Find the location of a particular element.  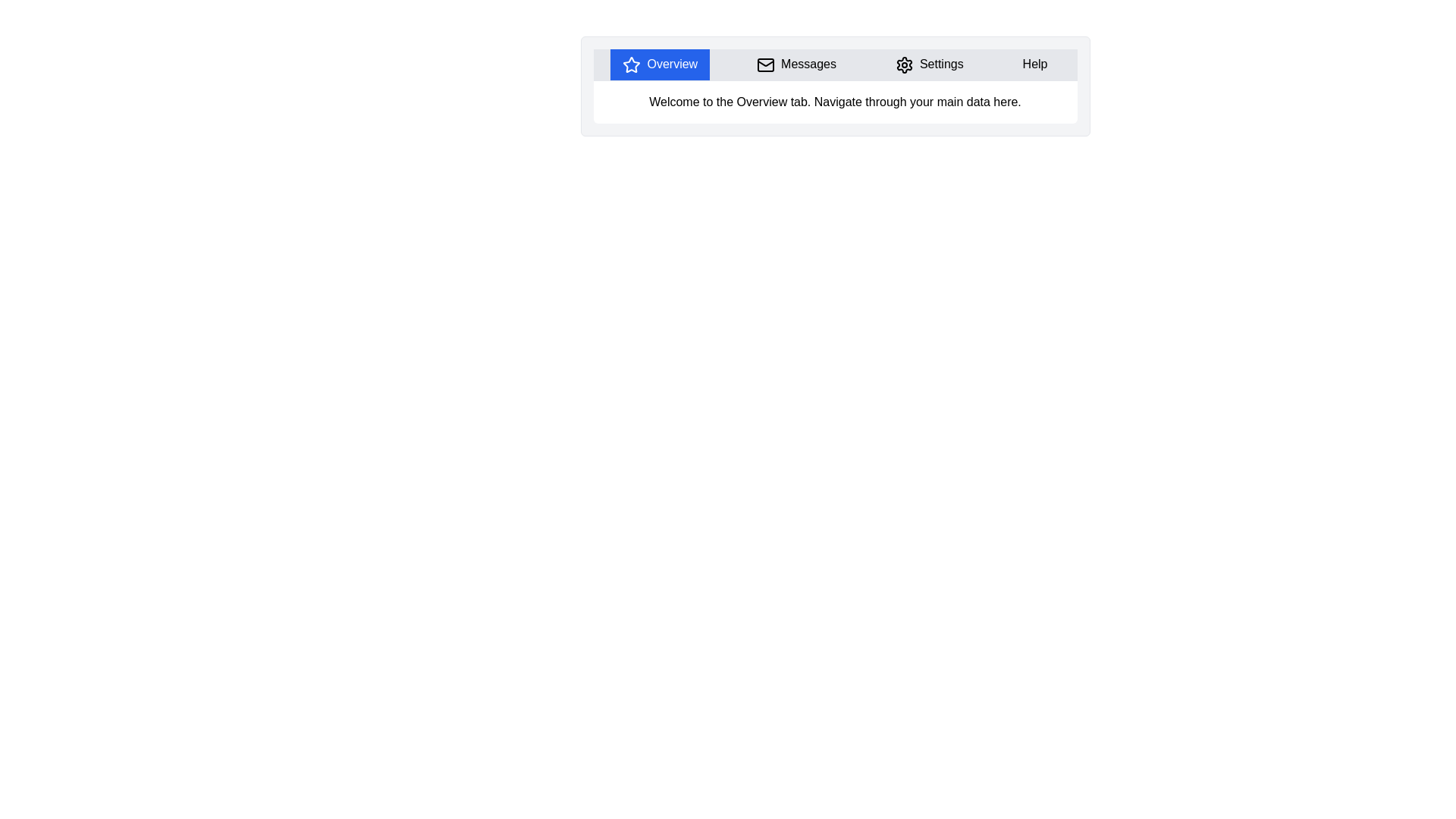

the tab labeled Help by clicking its header is located at coordinates (1034, 64).